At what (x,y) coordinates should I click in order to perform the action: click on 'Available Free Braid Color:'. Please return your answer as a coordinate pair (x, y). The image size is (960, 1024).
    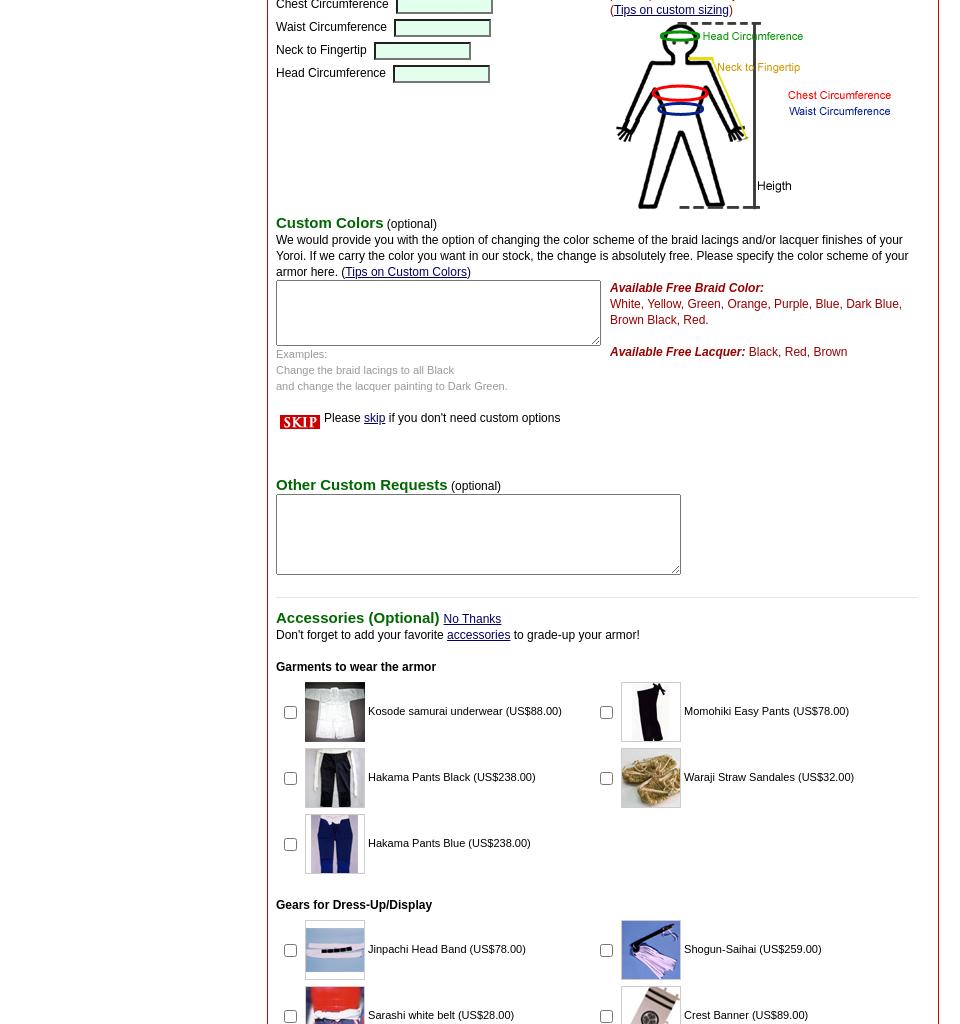
    Looking at the image, I should click on (686, 287).